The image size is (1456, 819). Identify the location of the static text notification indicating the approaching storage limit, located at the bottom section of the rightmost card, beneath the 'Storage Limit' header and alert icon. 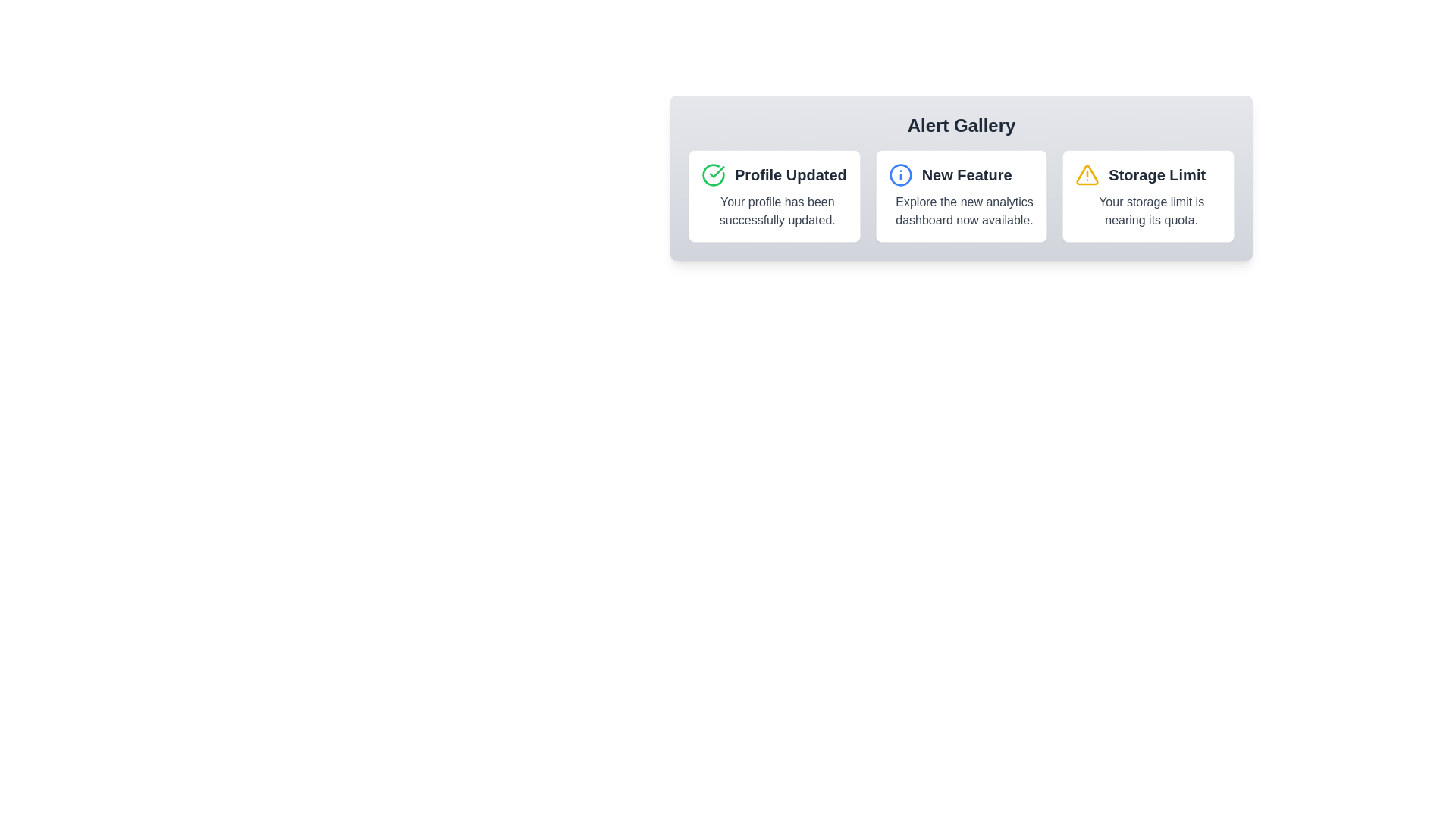
(1151, 211).